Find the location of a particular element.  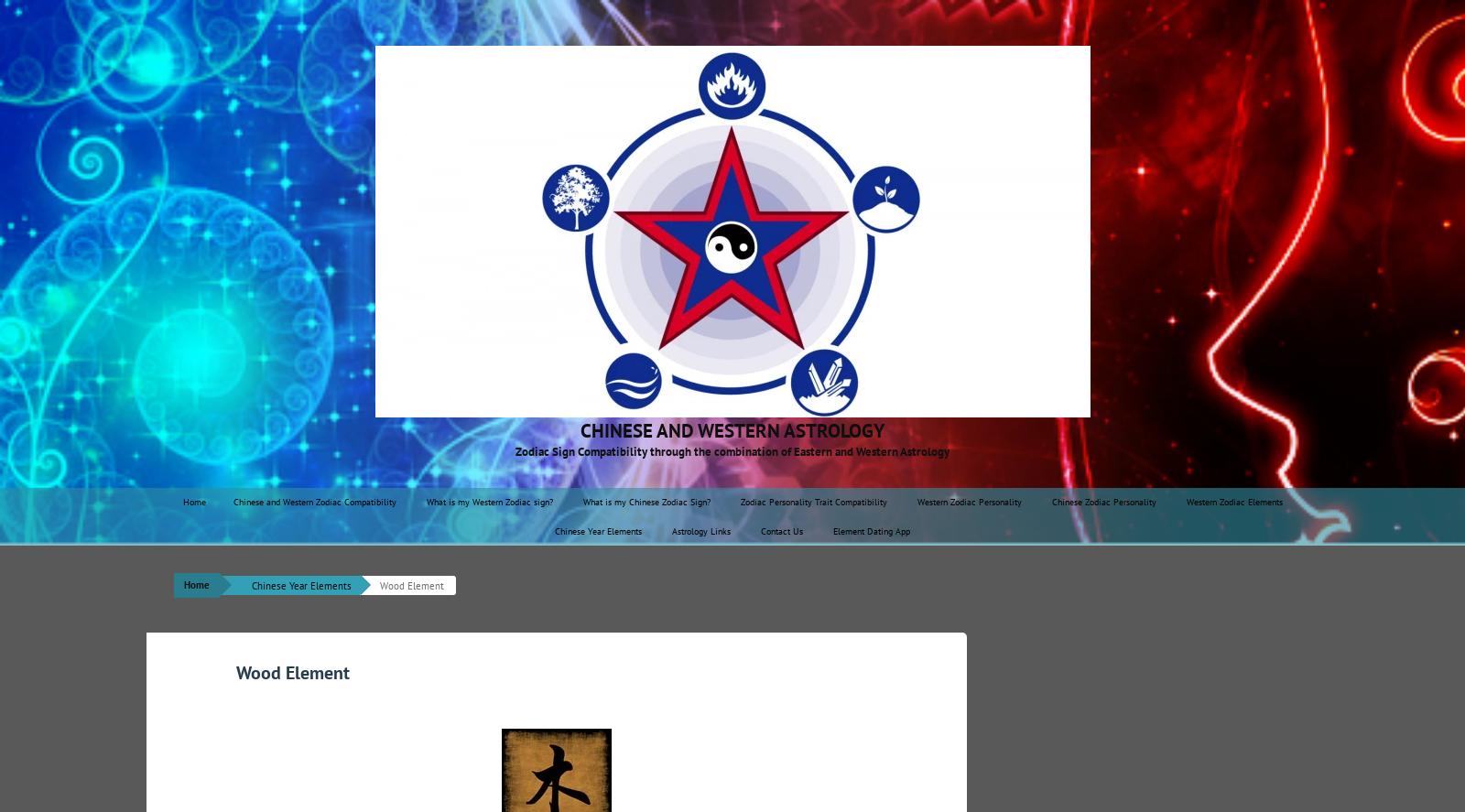

'Chinese and Western Zodiac Compatibility' is located at coordinates (314, 501).